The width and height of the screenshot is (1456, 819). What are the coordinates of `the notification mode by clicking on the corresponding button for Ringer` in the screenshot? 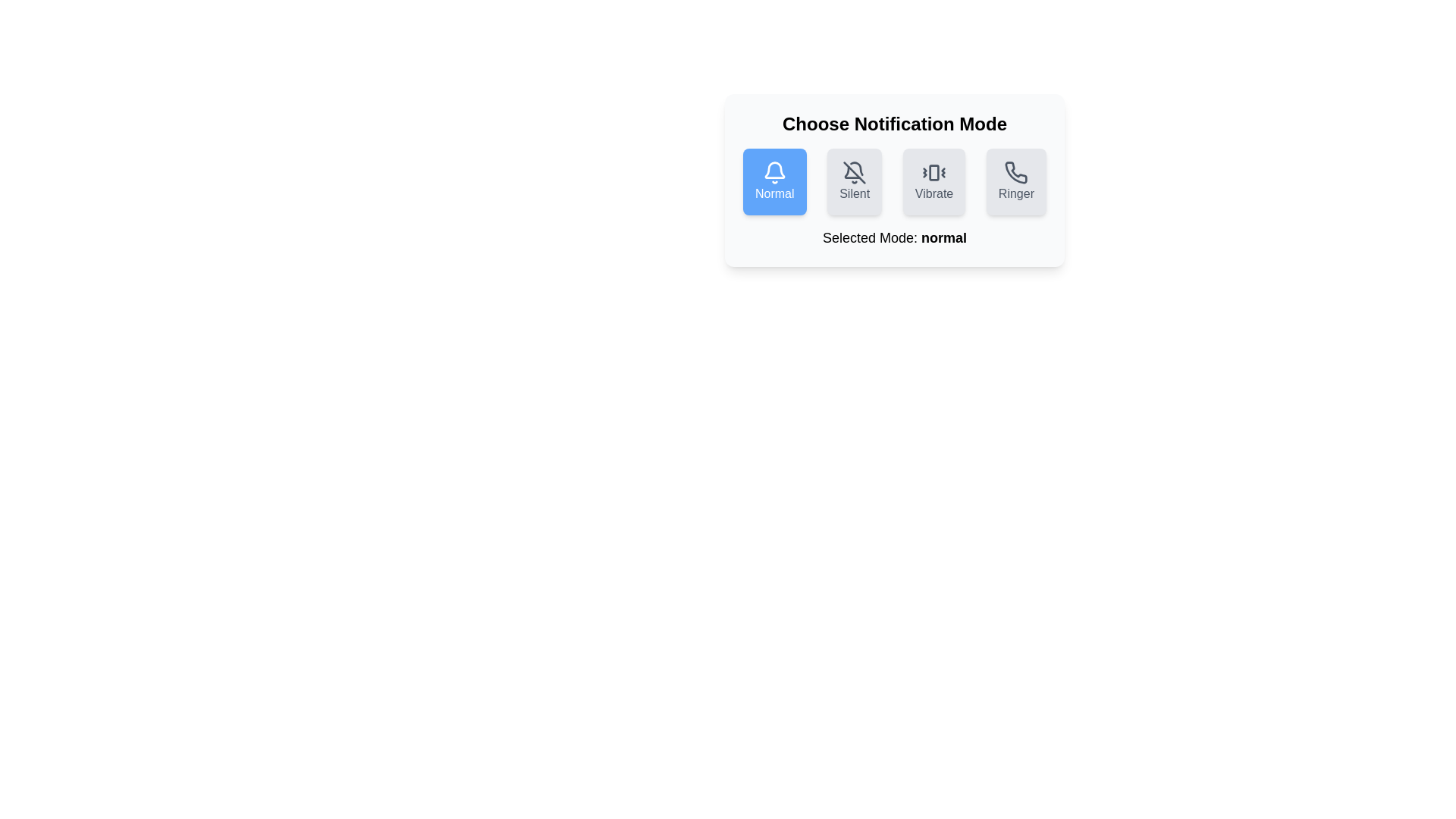 It's located at (1016, 180).